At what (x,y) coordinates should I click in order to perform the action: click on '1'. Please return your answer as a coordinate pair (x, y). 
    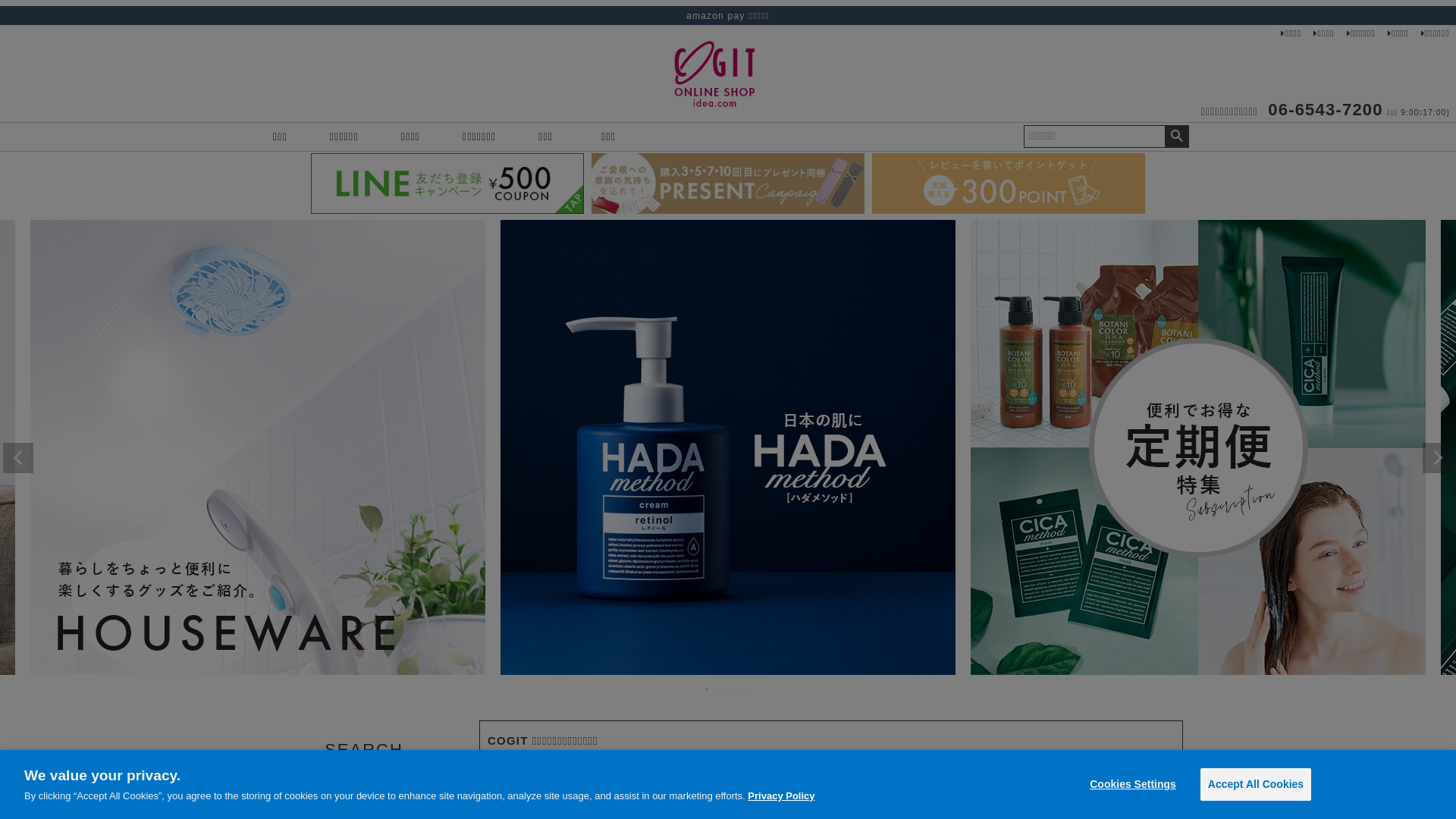
    Looking at the image, I should click on (702, 688).